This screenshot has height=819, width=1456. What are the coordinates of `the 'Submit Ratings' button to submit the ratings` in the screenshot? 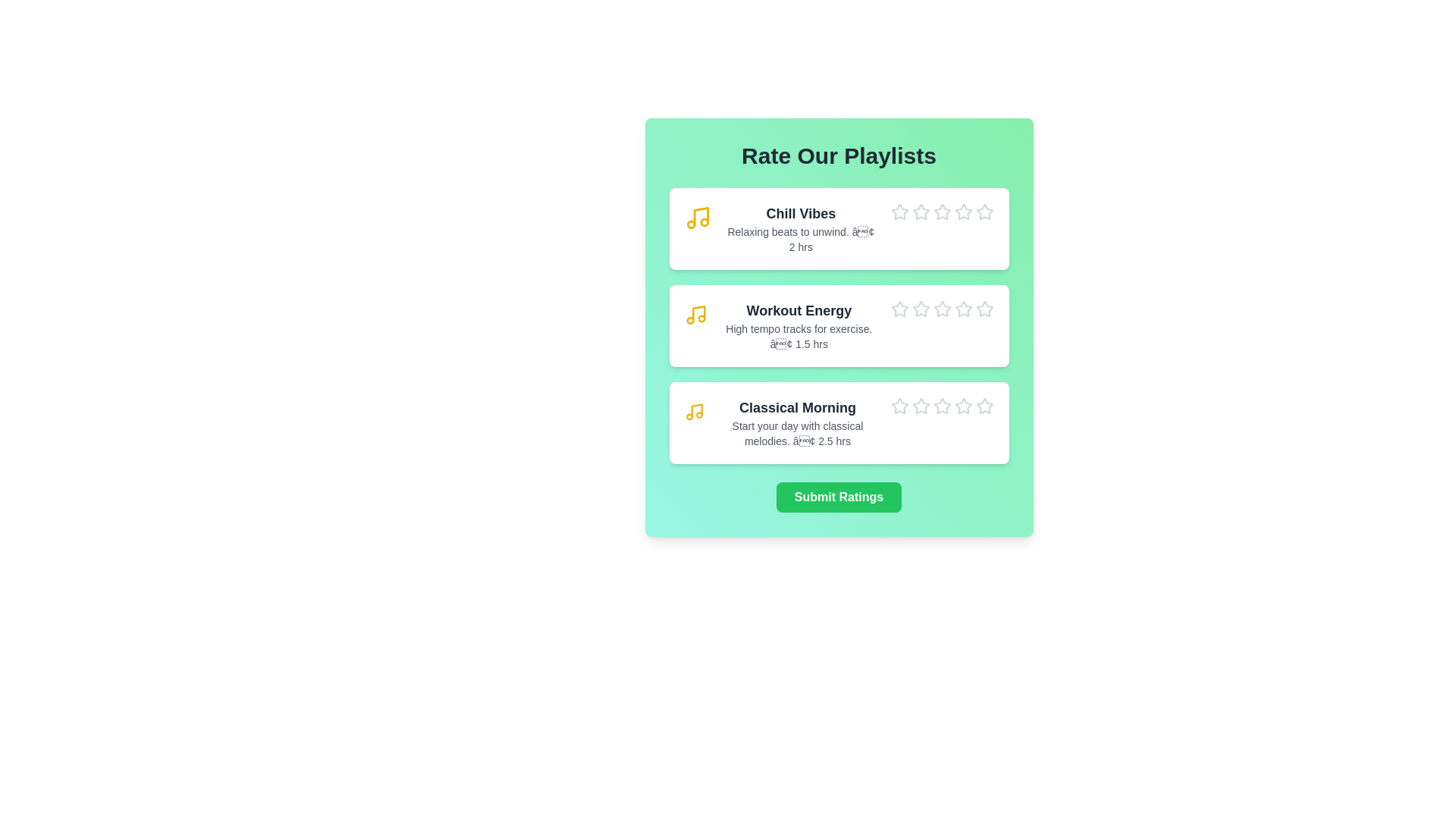 It's located at (838, 497).